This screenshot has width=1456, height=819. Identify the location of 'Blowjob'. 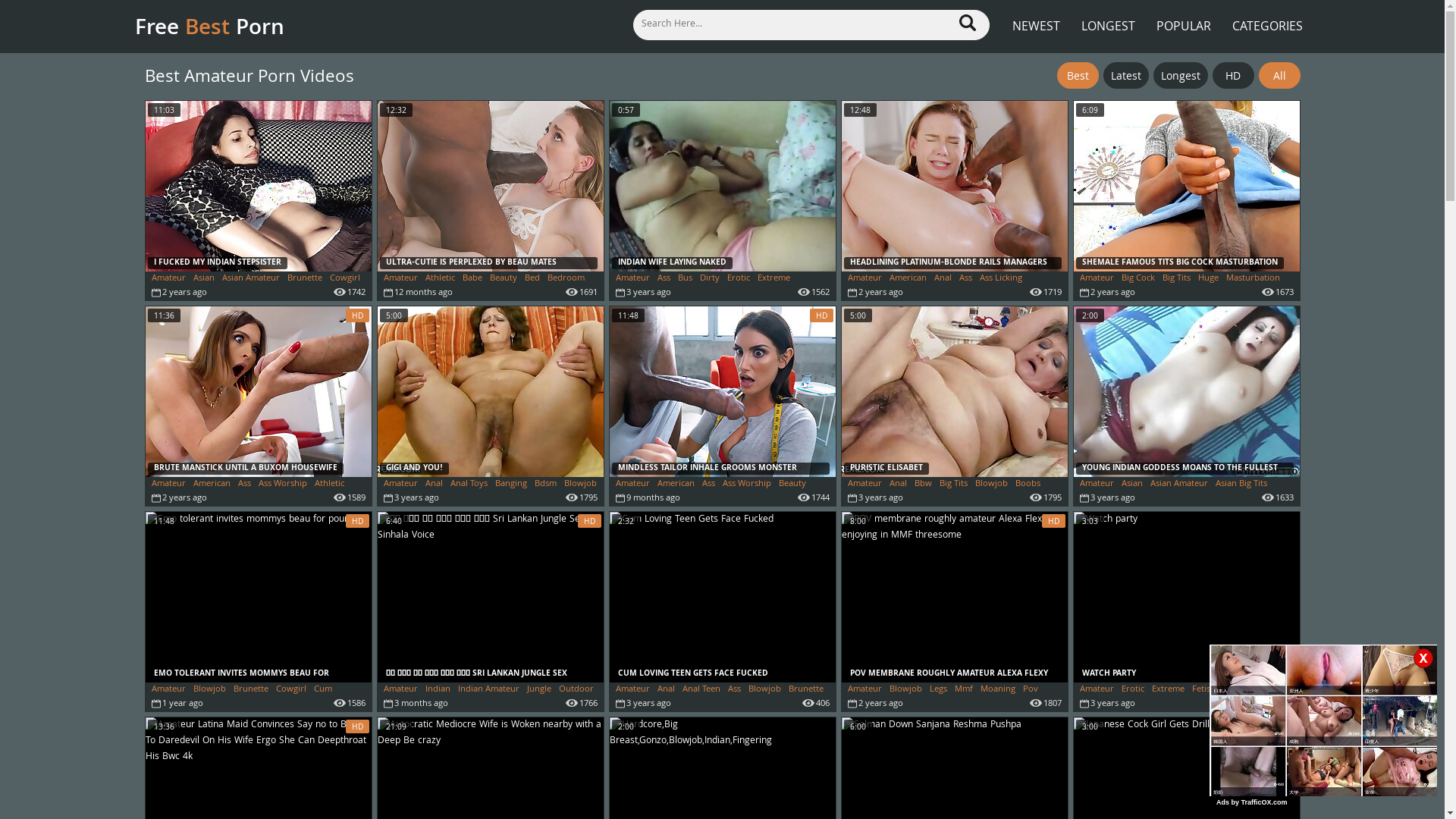
(991, 484).